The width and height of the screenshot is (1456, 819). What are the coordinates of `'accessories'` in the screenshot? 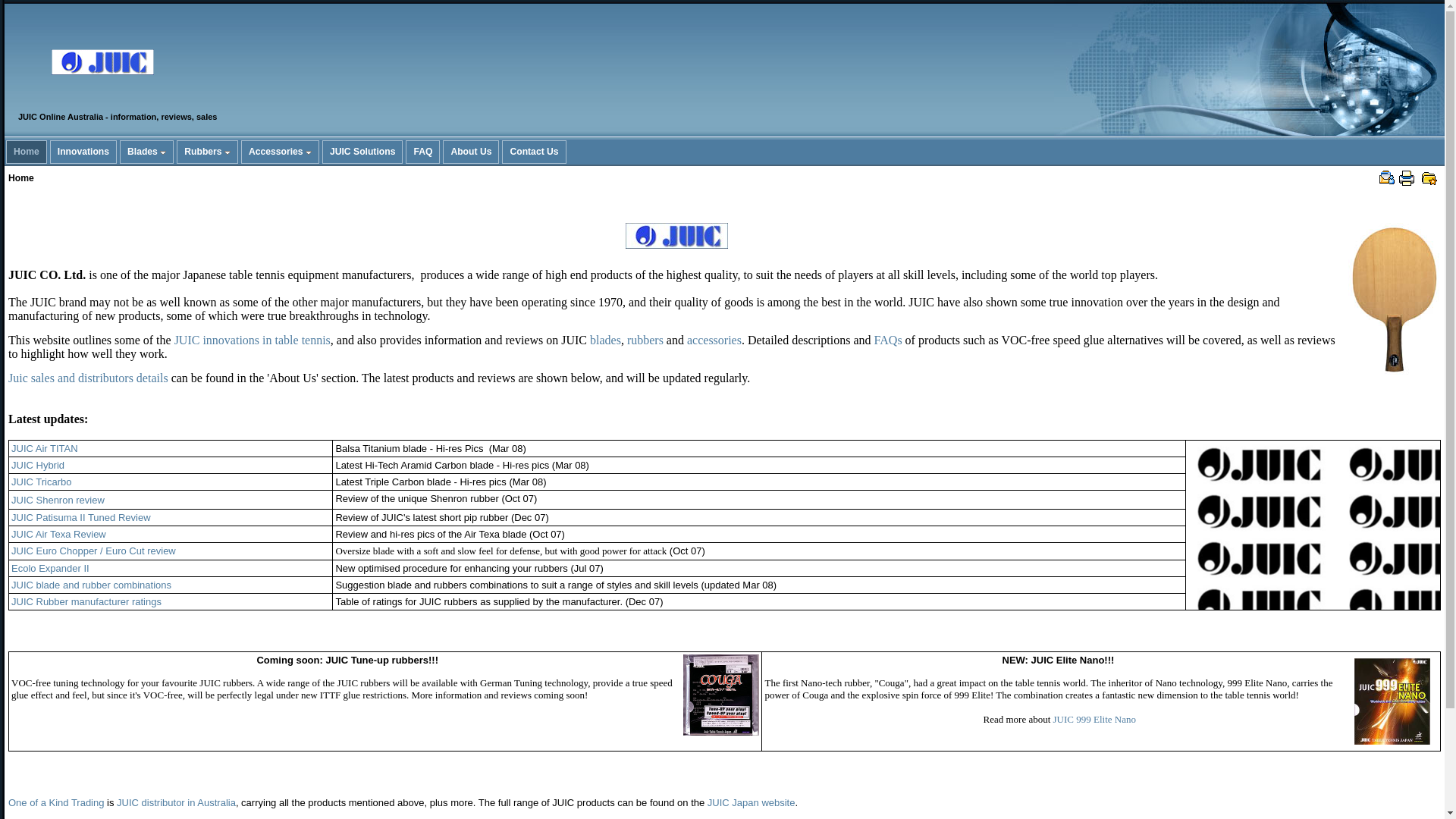 It's located at (713, 339).